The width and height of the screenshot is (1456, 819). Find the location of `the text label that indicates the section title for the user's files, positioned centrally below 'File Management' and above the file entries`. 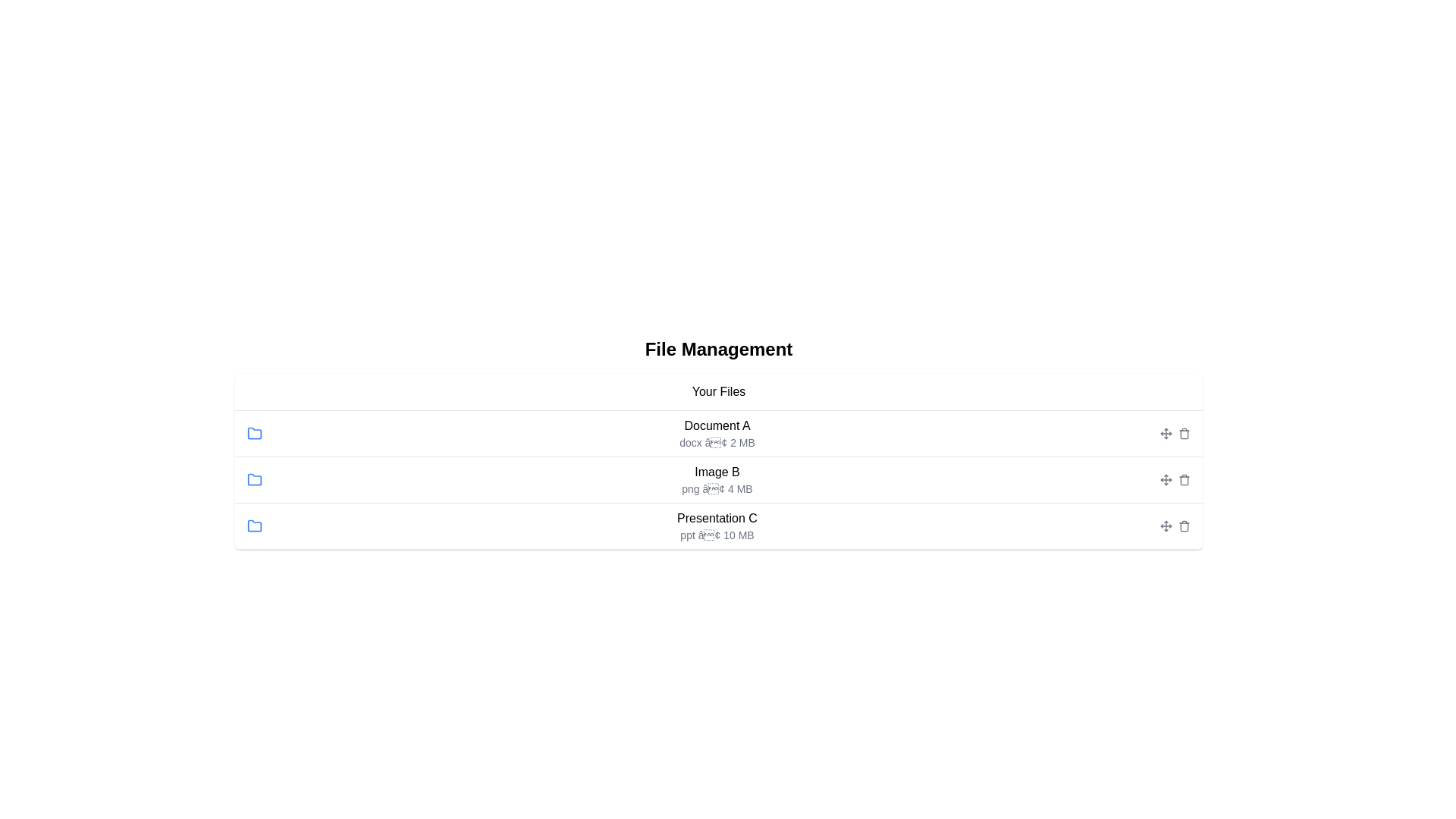

the text label that indicates the section title for the user's files, positioned centrally below 'File Management' and above the file entries is located at coordinates (718, 391).